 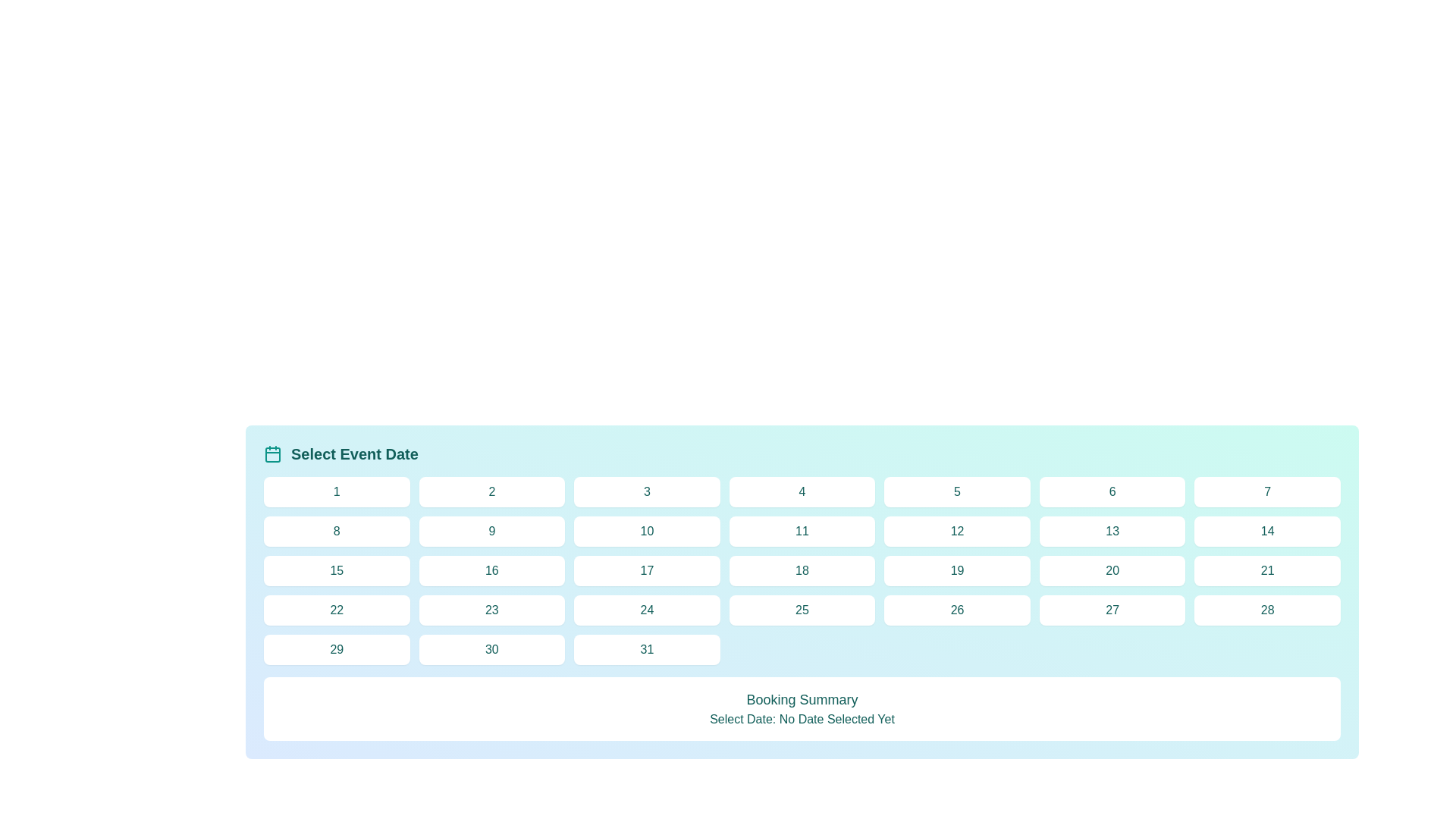 I want to click on the rounded rectangular button containing the number '5' with a white background and teal-colored text, so click(x=956, y=491).